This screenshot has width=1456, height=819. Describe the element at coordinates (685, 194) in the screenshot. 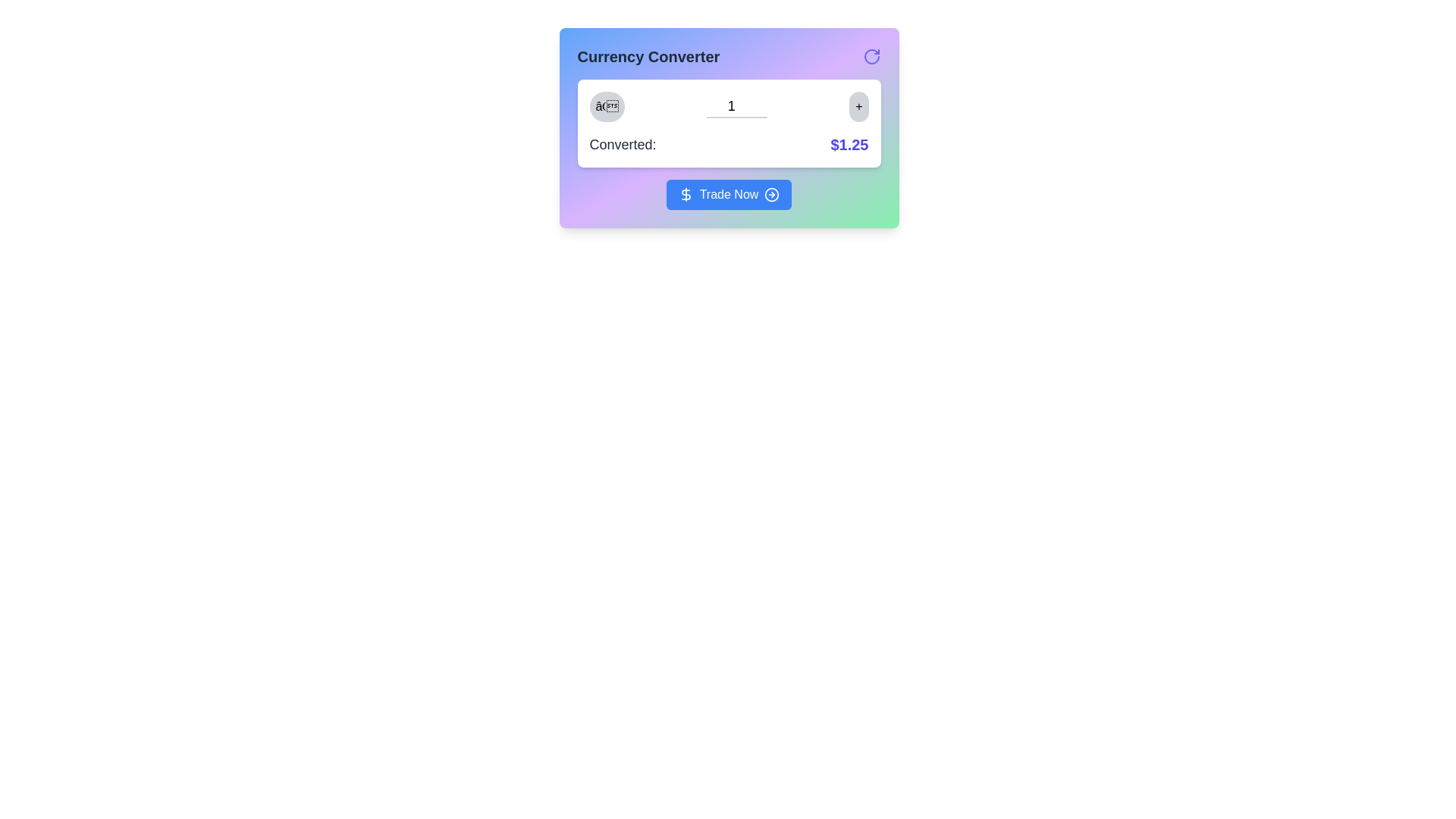

I see `the decorative SVG graphic icon located to the left of the 'Trade Now' button, which is part of a rectangular blue button below the conversion section` at that location.